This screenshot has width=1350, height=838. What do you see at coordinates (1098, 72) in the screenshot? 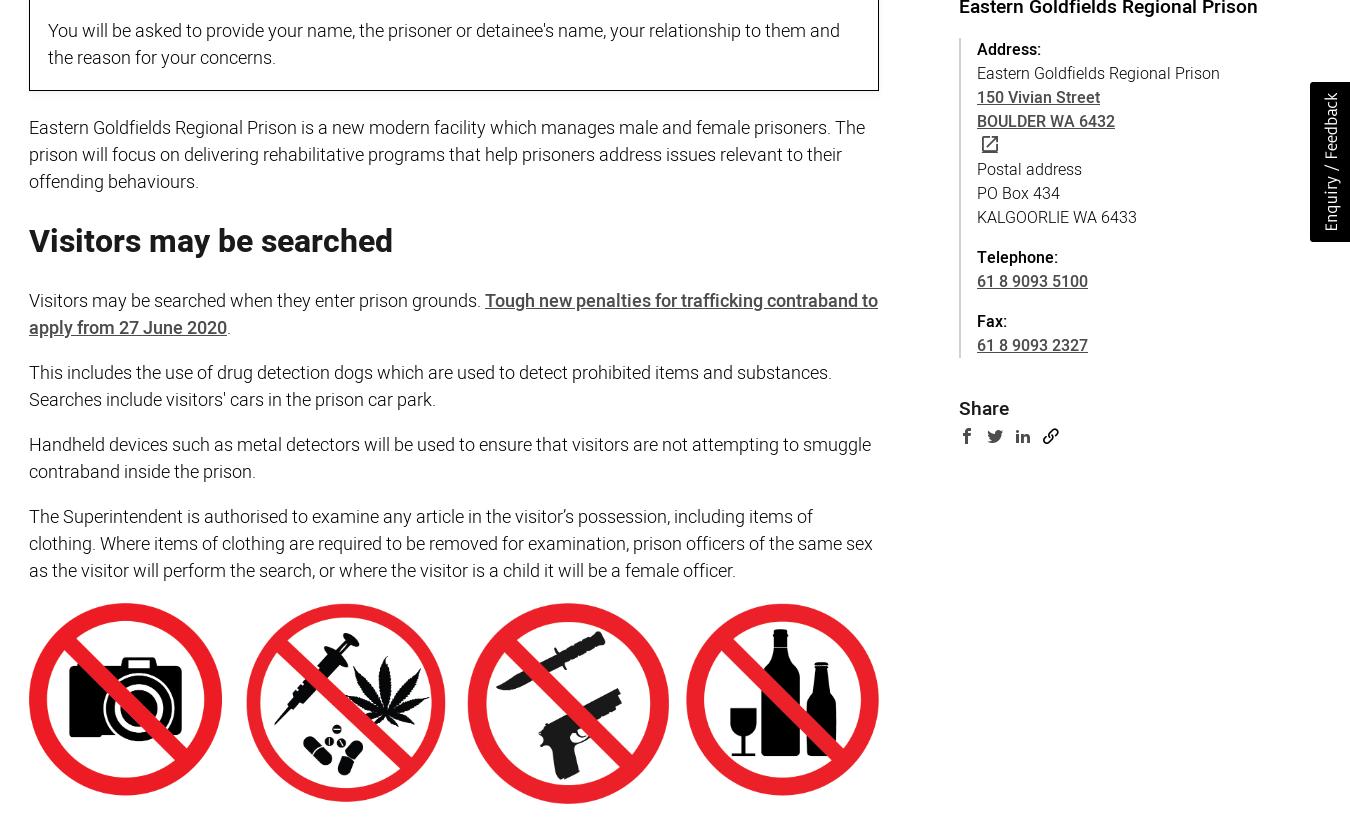
I see `'Eastern Goldfields Regional Prison'` at bounding box center [1098, 72].